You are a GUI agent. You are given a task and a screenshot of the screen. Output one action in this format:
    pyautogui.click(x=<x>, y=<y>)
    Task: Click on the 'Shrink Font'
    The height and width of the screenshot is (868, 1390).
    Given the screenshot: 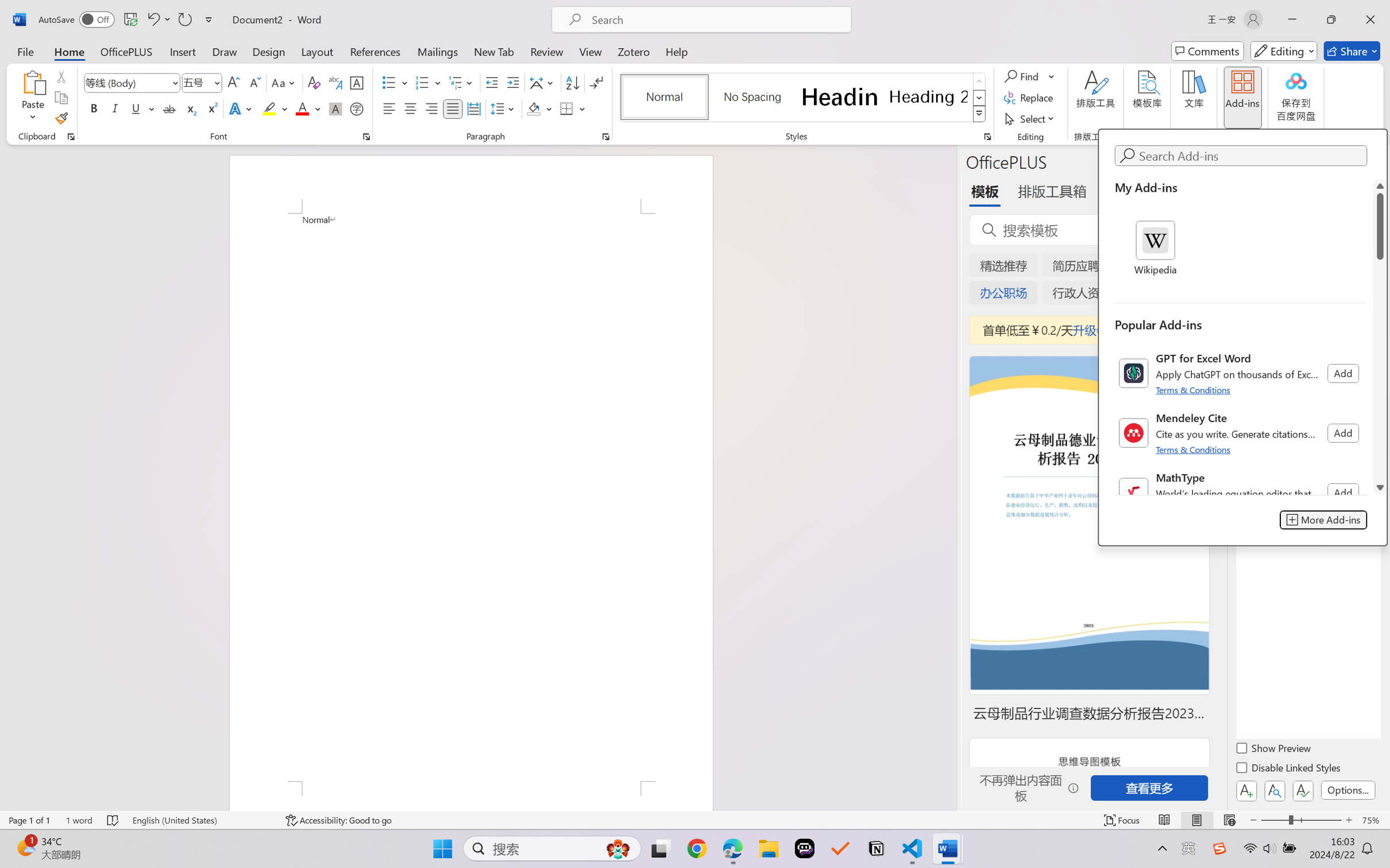 What is the action you would take?
    pyautogui.click(x=253, y=83)
    